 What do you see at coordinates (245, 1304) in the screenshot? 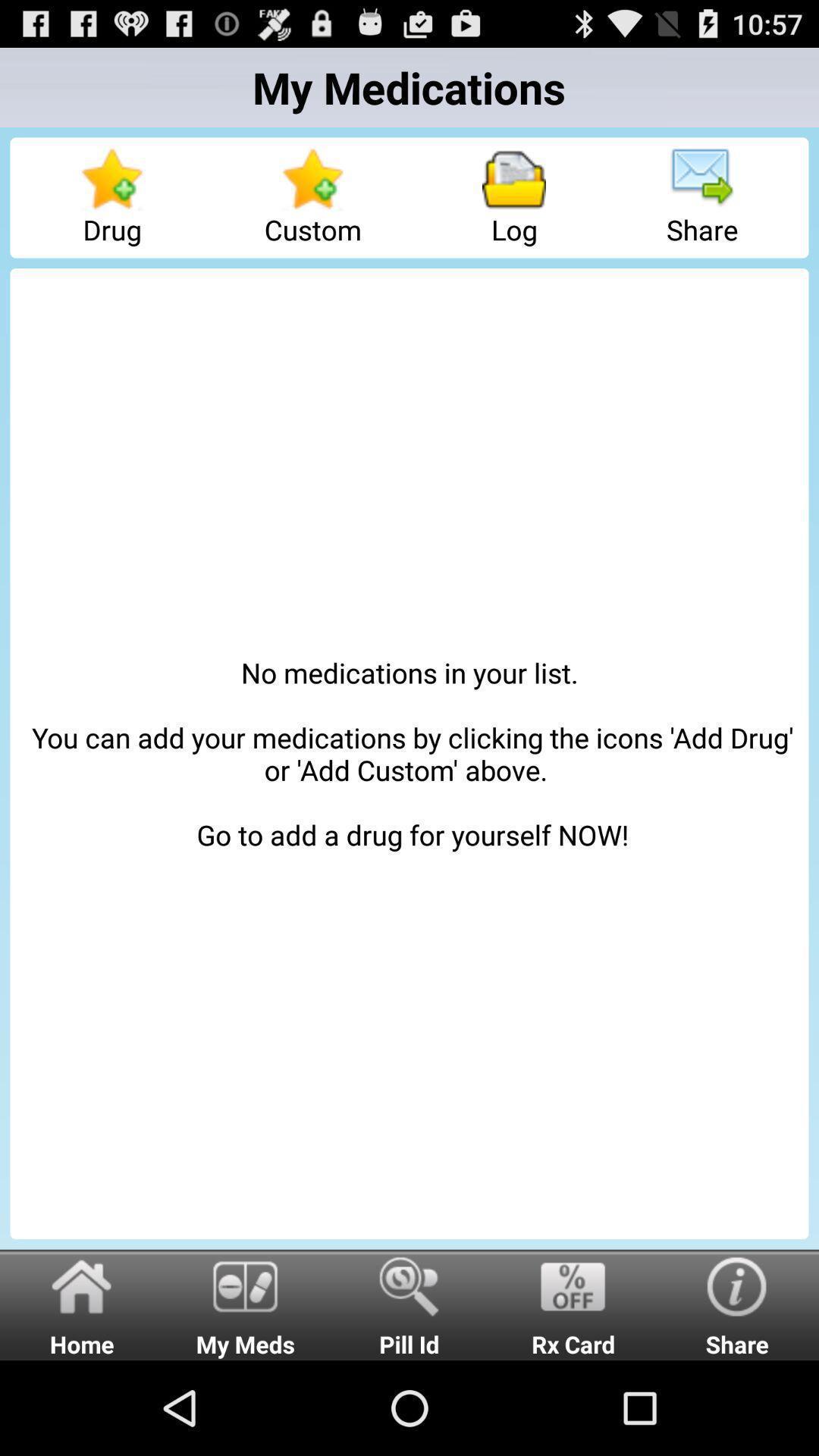
I see `my meds item` at bounding box center [245, 1304].